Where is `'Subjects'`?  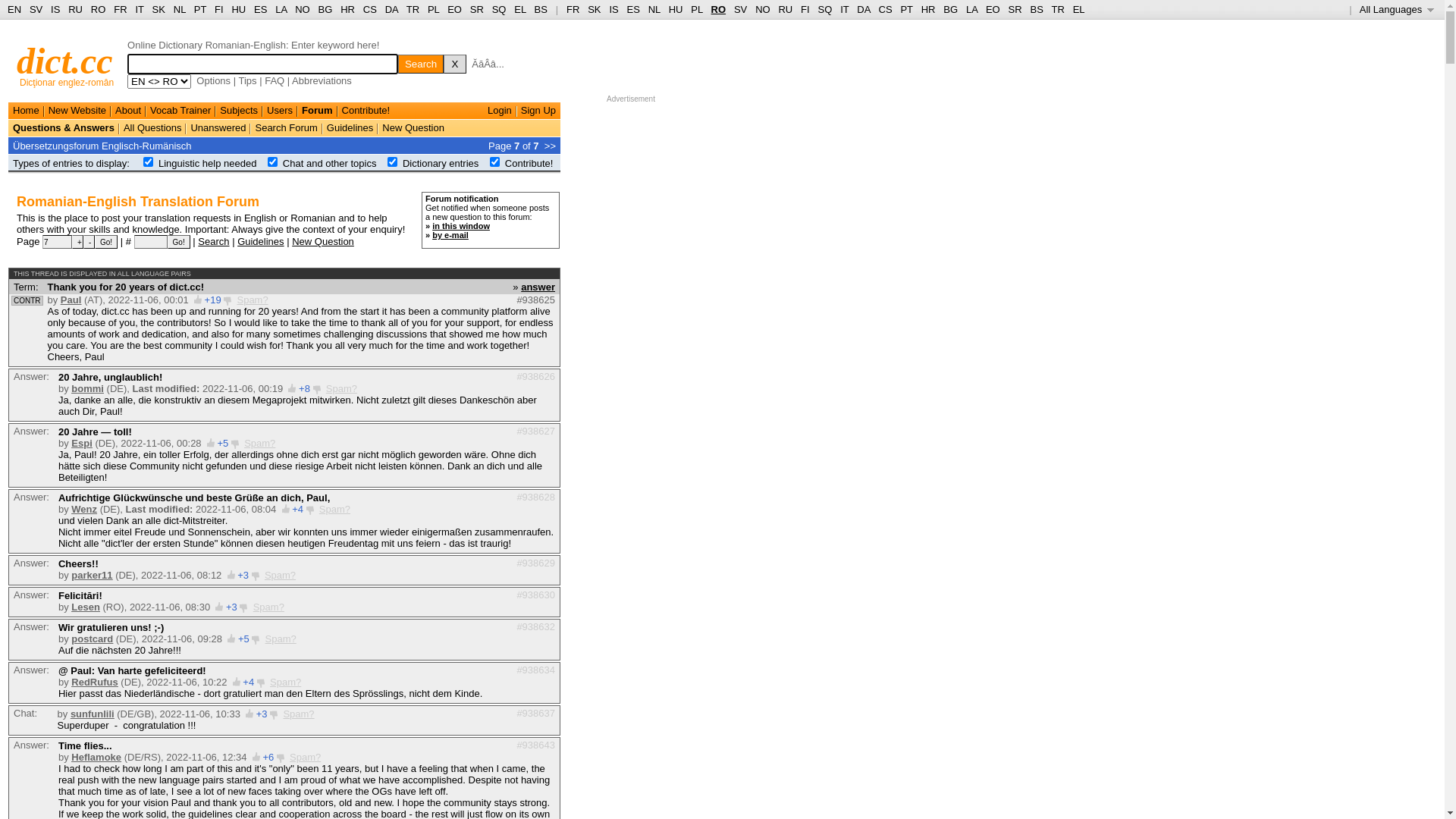
'Subjects' is located at coordinates (238, 109).